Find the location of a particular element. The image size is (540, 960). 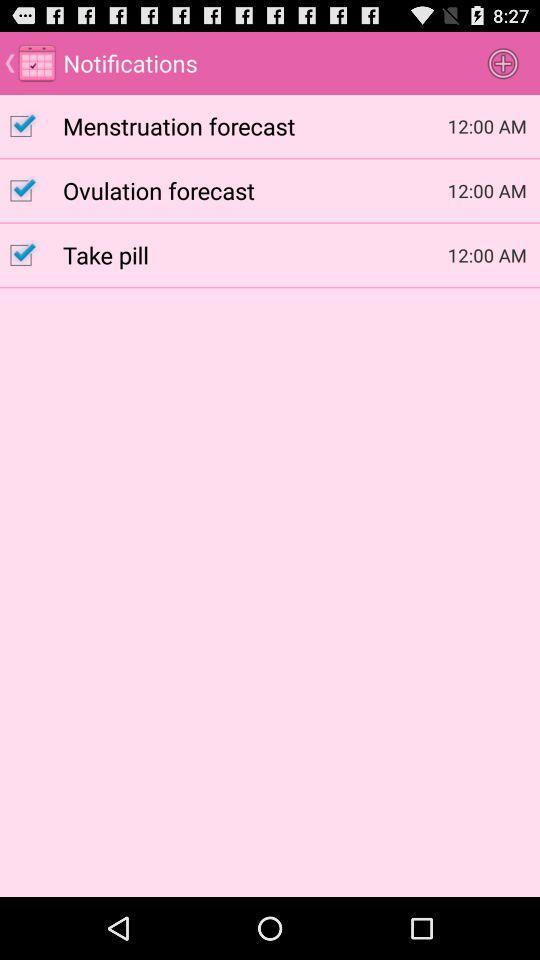

item to the left of 12:00 am item is located at coordinates (255, 124).